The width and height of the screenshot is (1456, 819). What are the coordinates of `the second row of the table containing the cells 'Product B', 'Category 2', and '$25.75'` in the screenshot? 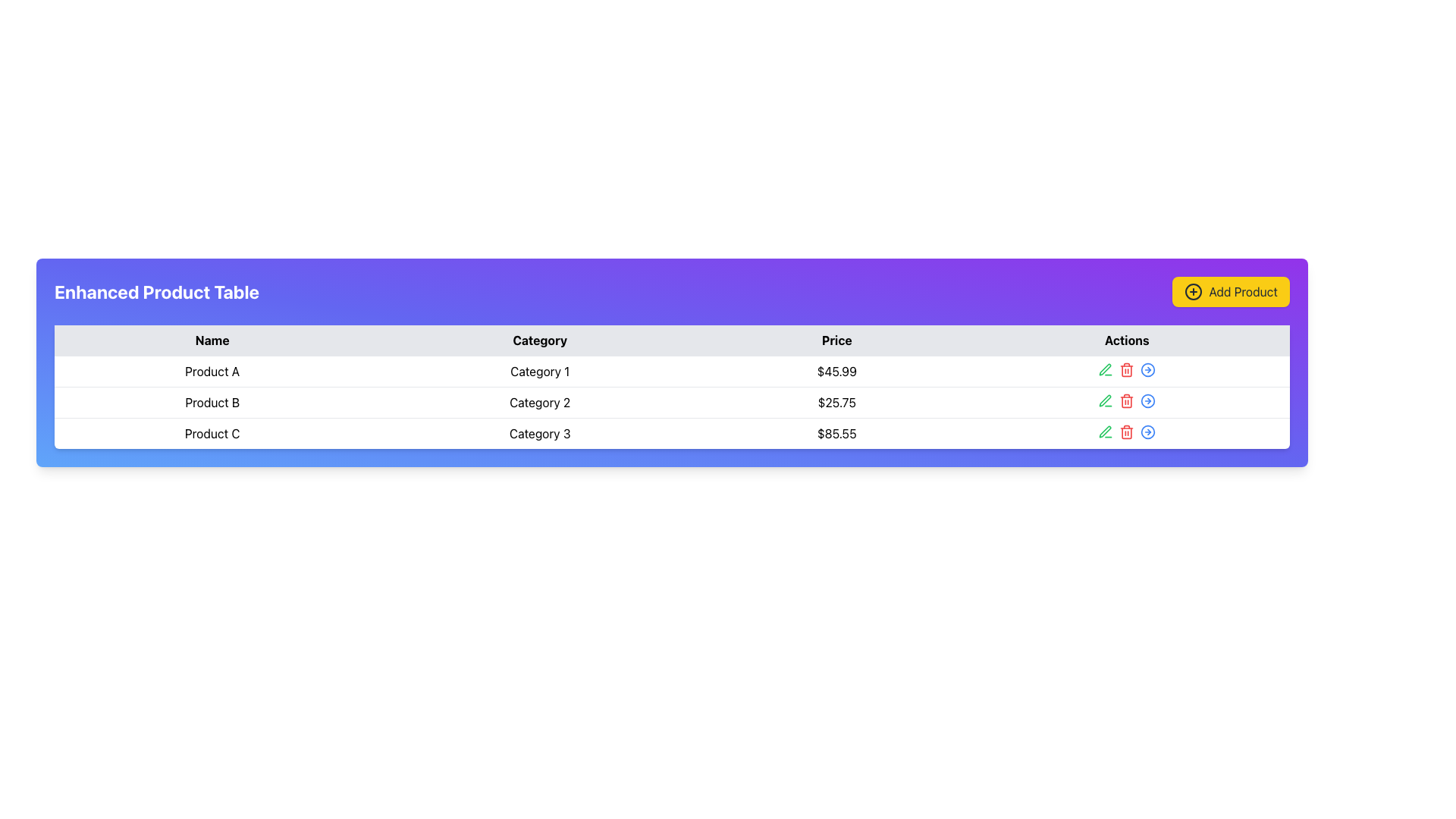 It's located at (671, 402).